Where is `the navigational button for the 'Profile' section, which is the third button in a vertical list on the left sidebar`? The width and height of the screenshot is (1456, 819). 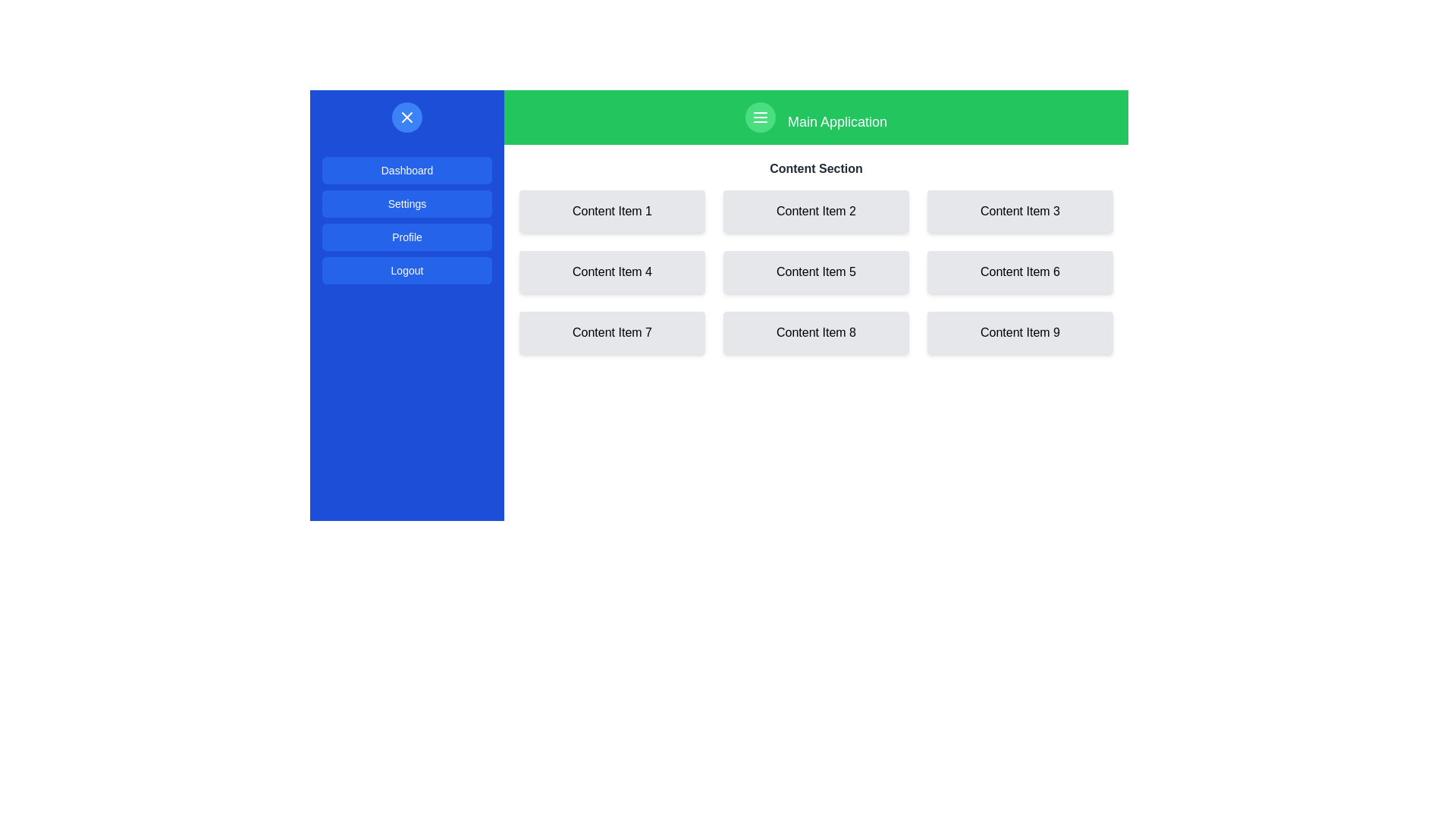 the navigational button for the 'Profile' section, which is the third button in a vertical list on the left sidebar is located at coordinates (407, 223).